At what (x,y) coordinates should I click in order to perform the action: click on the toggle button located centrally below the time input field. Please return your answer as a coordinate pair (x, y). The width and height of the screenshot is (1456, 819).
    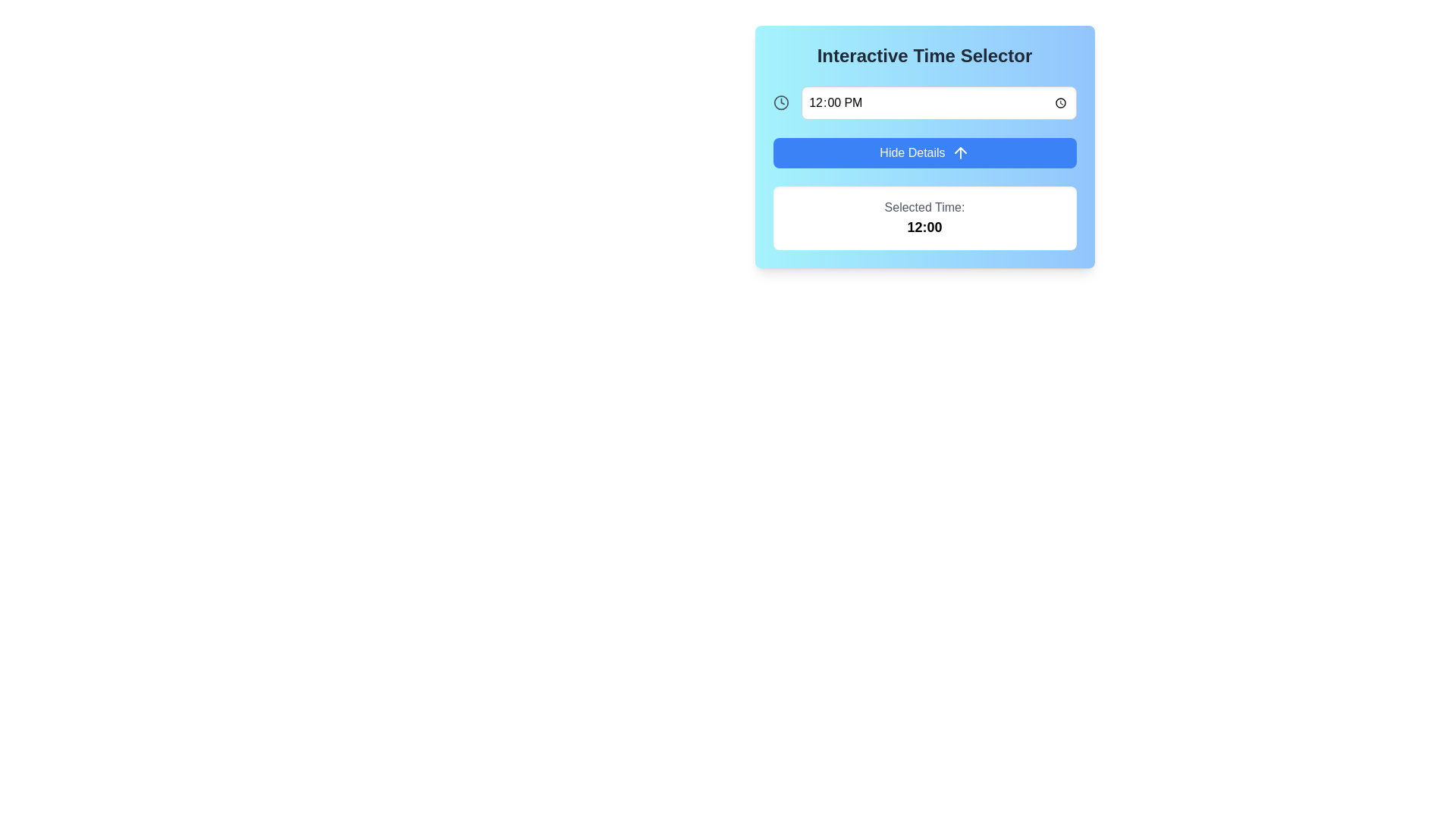
    Looking at the image, I should click on (924, 146).